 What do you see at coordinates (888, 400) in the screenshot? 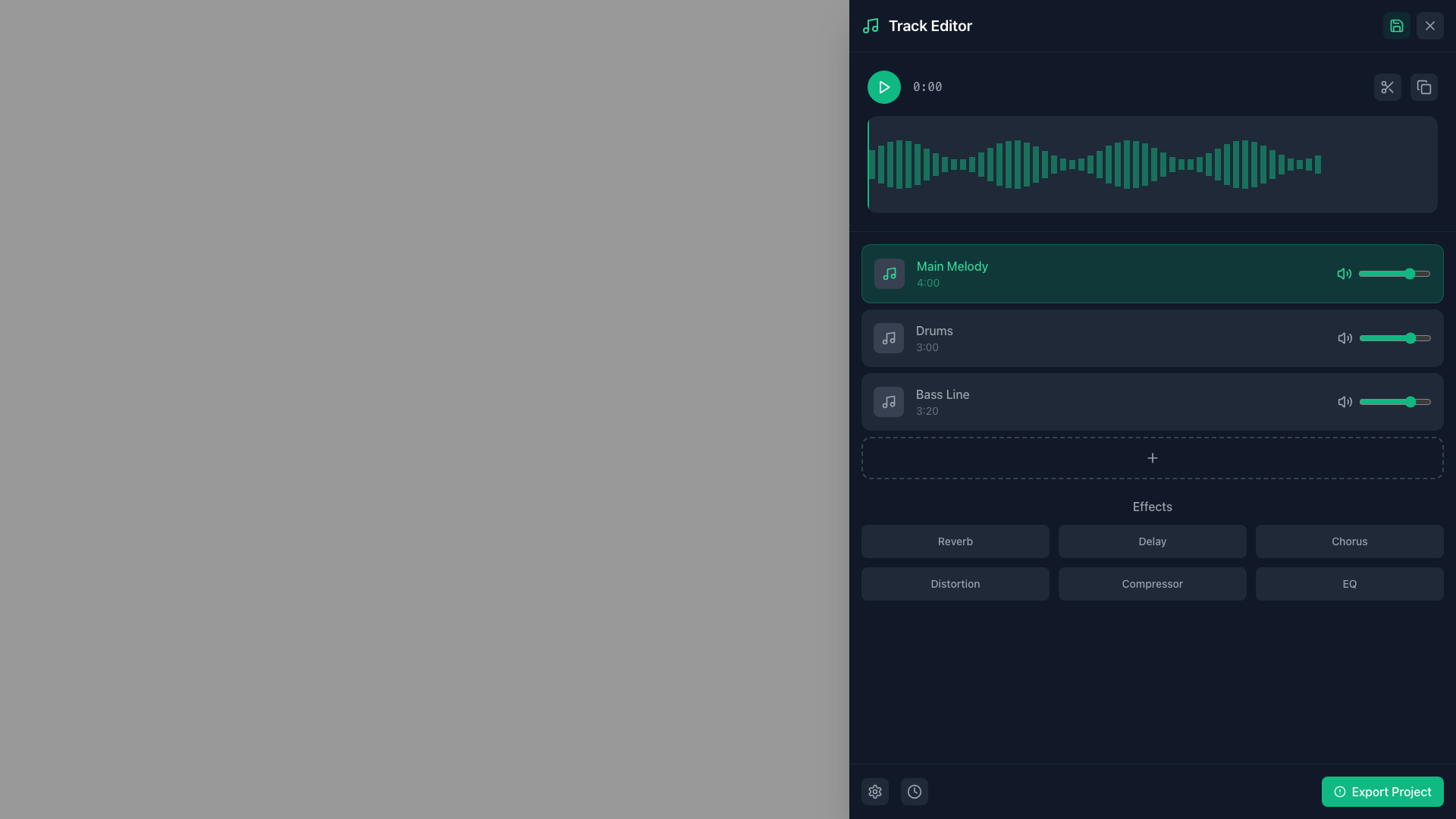
I see `the Bass Line icon, which serves as a visual indicator and is located at the leftmost side of the row labeled with 'Bass Line' and '3:20'` at bounding box center [888, 400].